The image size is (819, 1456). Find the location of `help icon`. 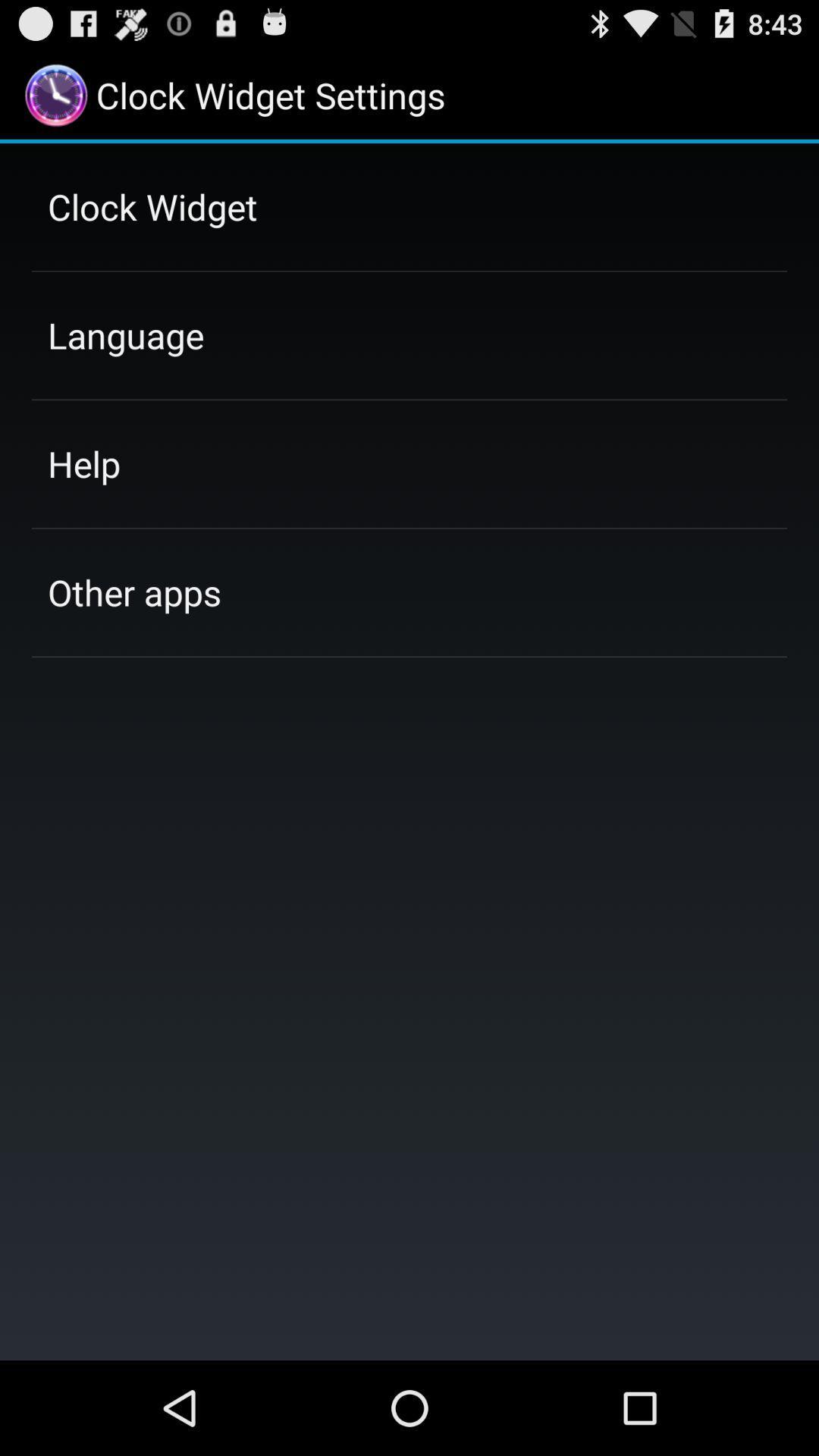

help icon is located at coordinates (84, 463).